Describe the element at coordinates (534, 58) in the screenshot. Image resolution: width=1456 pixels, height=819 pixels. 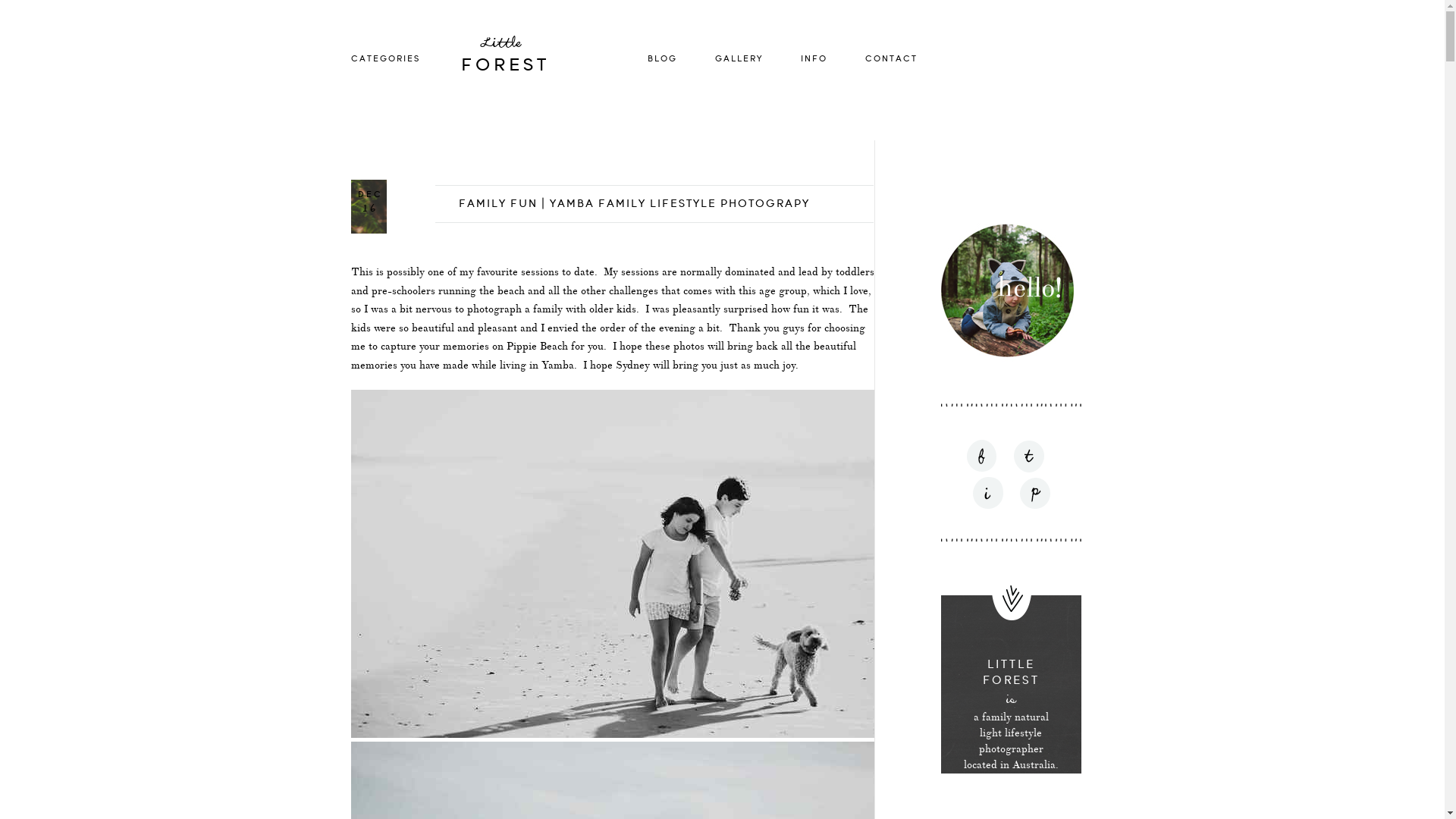
I see `'Little` at that location.